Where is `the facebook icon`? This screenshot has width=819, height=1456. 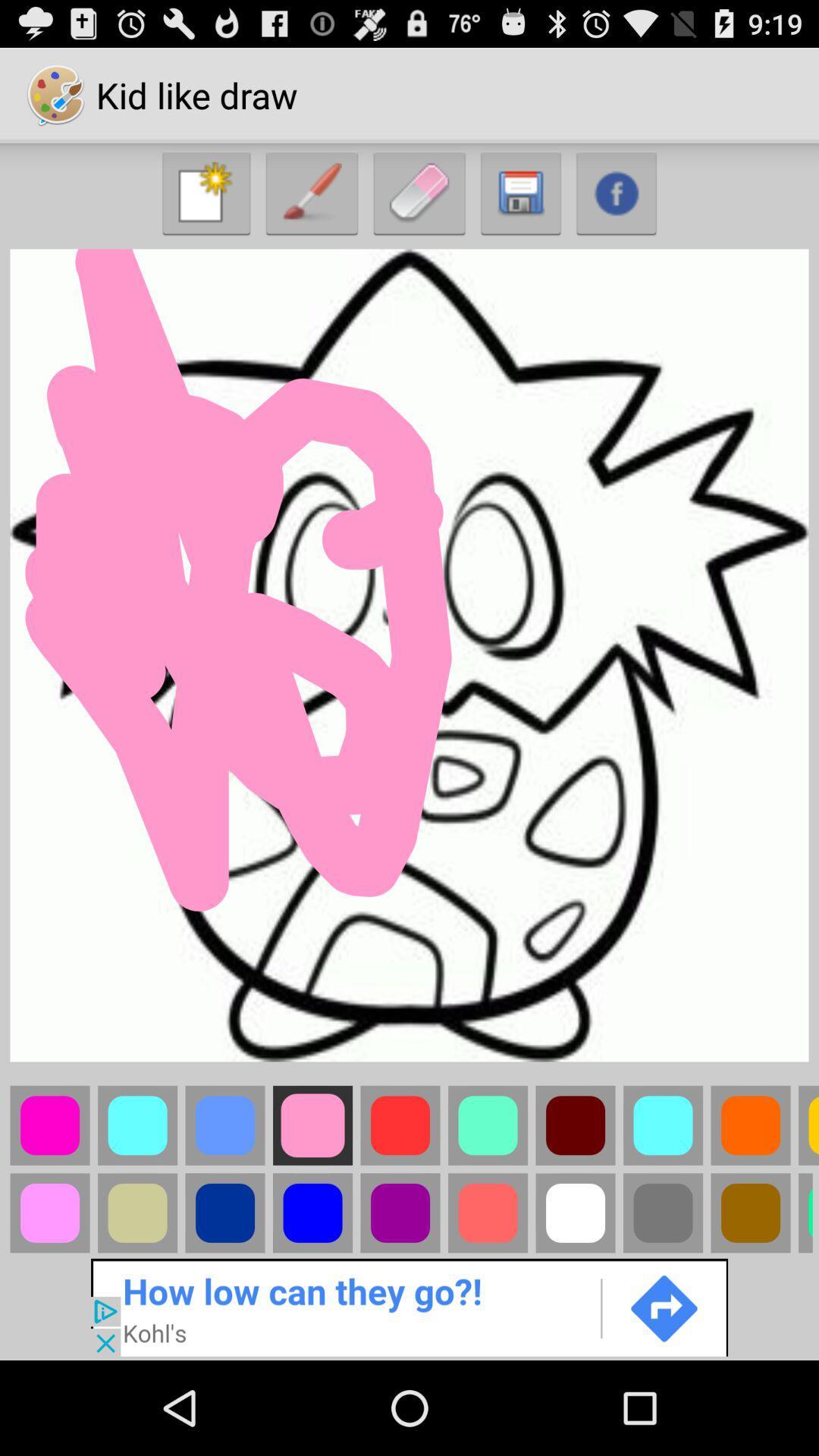
the facebook icon is located at coordinates (617, 206).